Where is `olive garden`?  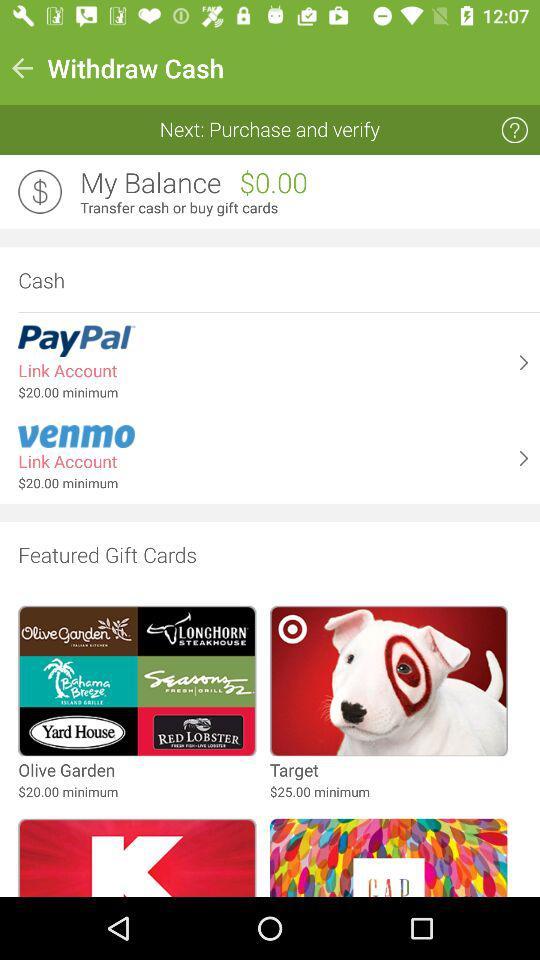 olive garden is located at coordinates (66, 769).